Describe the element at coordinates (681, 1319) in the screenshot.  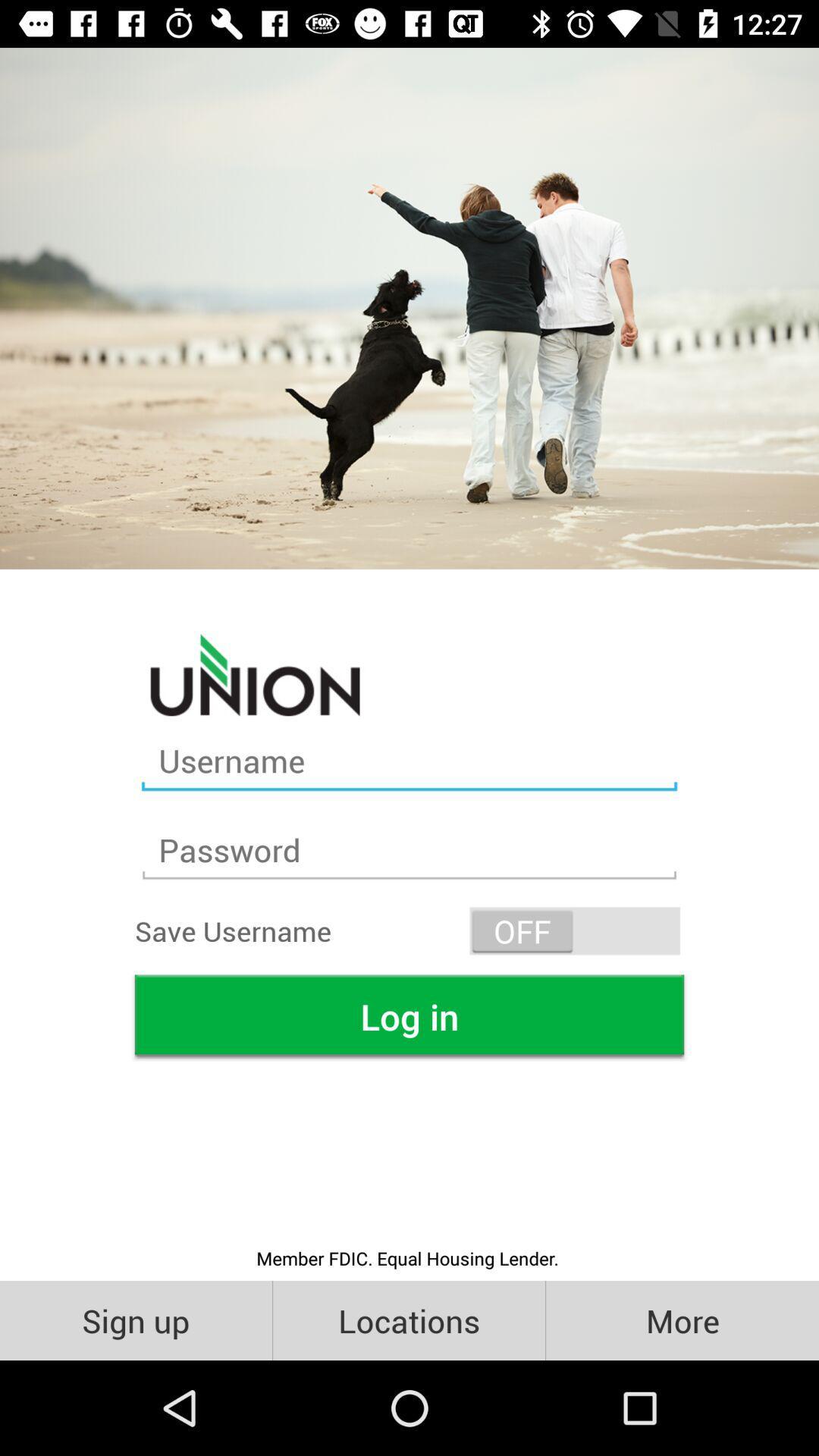
I see `the item at the bottom right corner` at that location.